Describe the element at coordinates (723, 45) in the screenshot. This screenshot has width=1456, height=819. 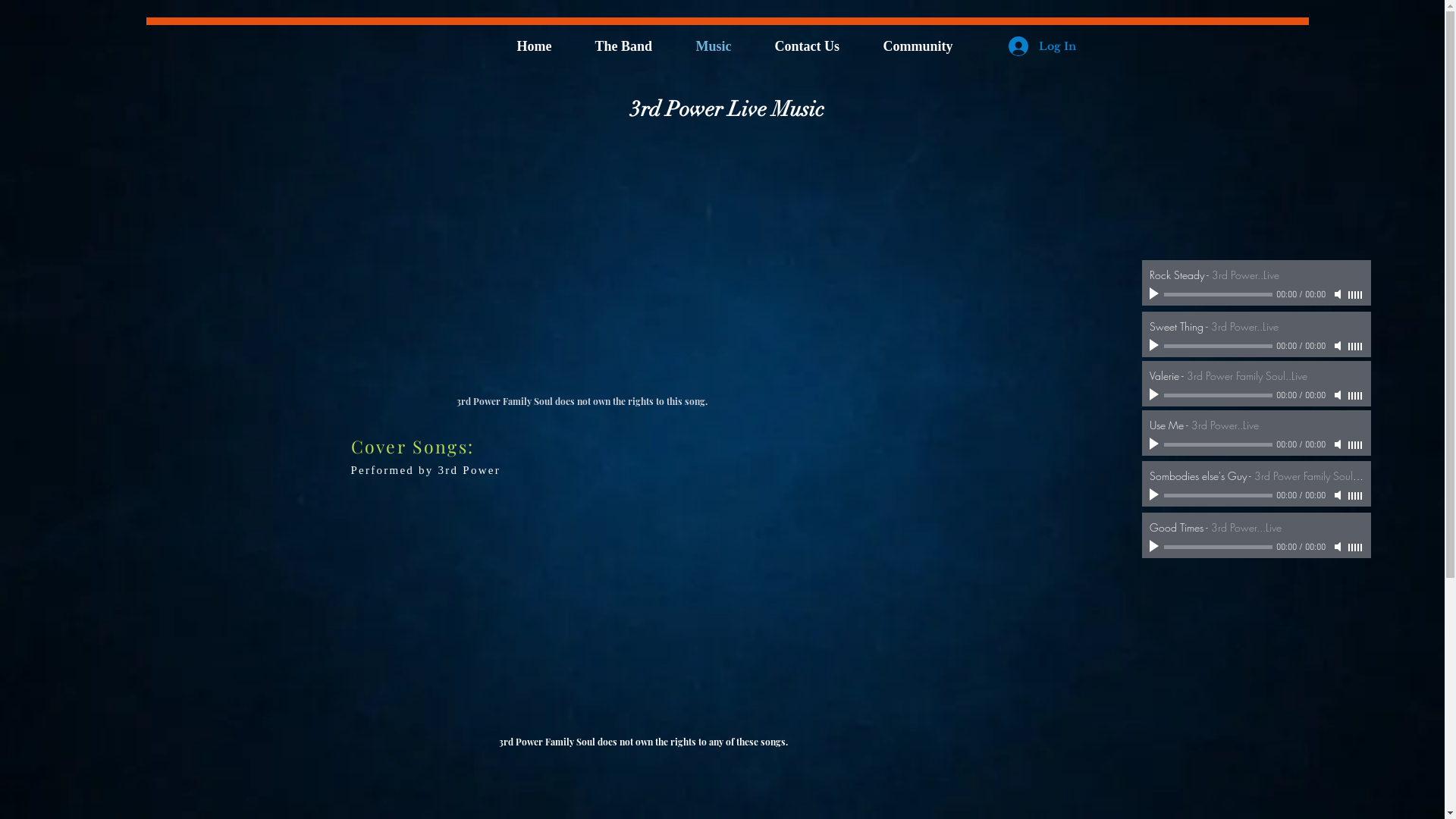
I see `'Music'` at that location.